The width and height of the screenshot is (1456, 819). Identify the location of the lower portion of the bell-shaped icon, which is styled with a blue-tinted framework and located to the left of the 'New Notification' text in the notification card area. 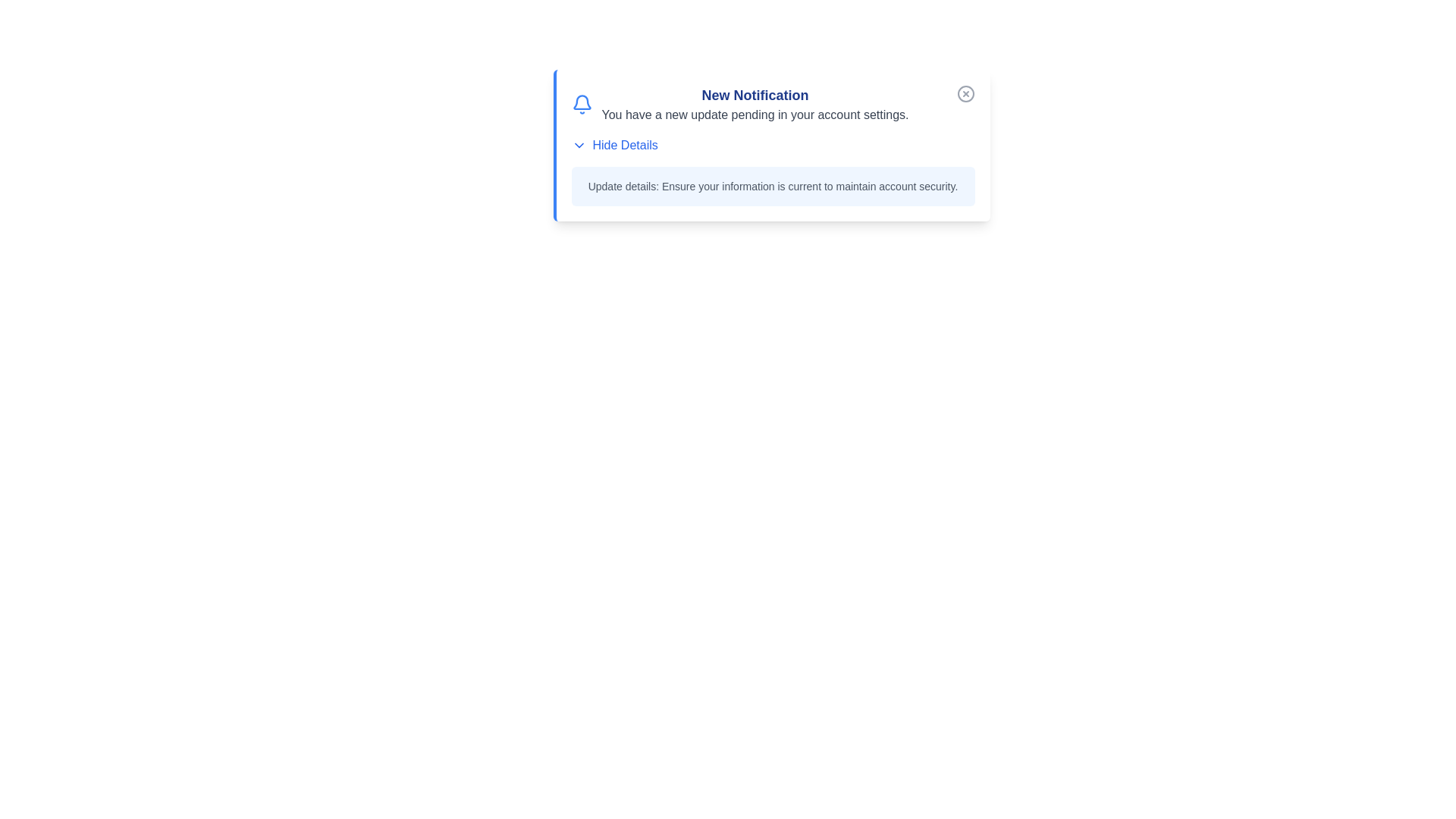
(581, 102).